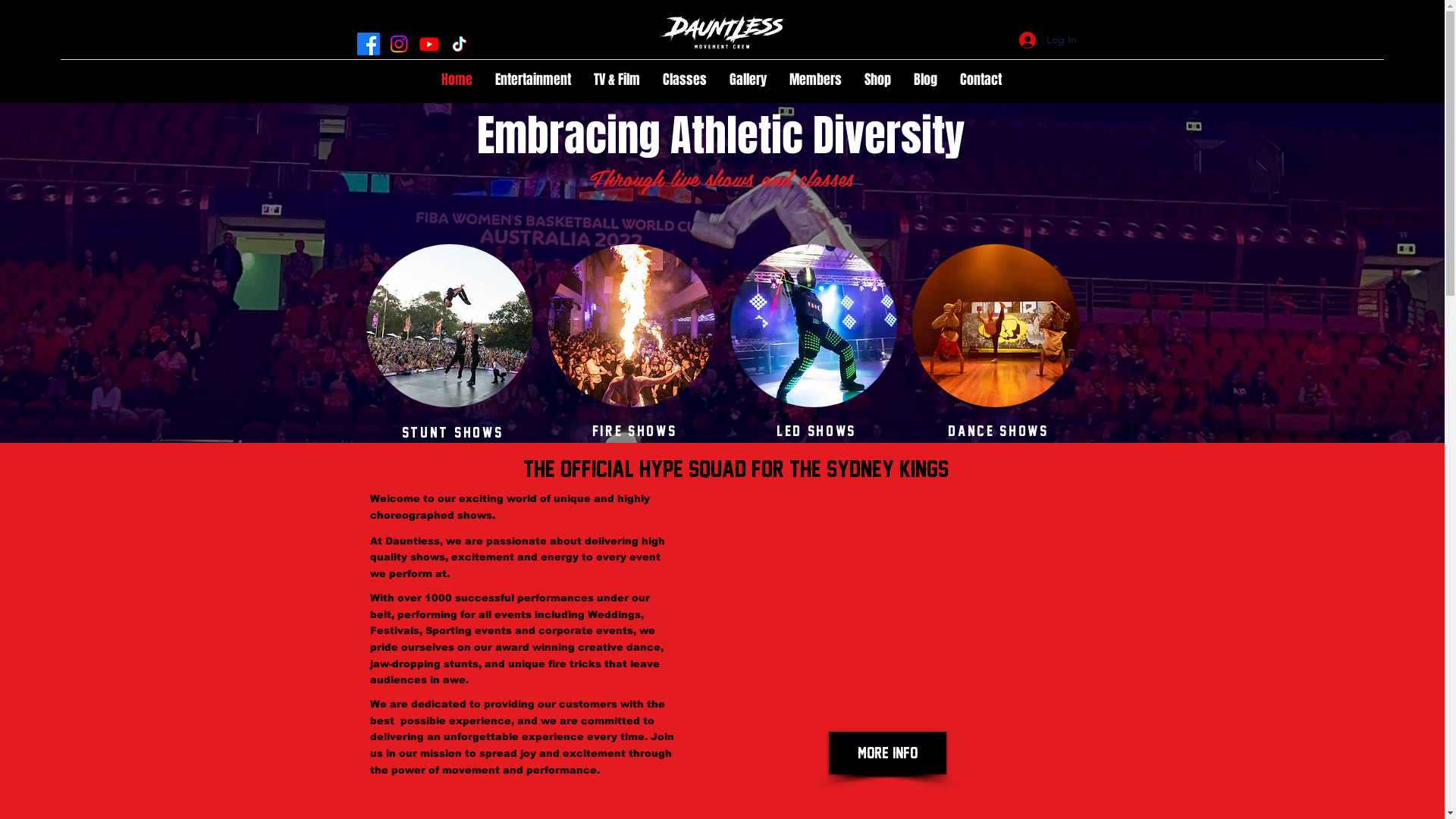  What do you see at coordinates (877, 80) in the screenshot?
I see `'Shop'` at bounding box center [877, 80].